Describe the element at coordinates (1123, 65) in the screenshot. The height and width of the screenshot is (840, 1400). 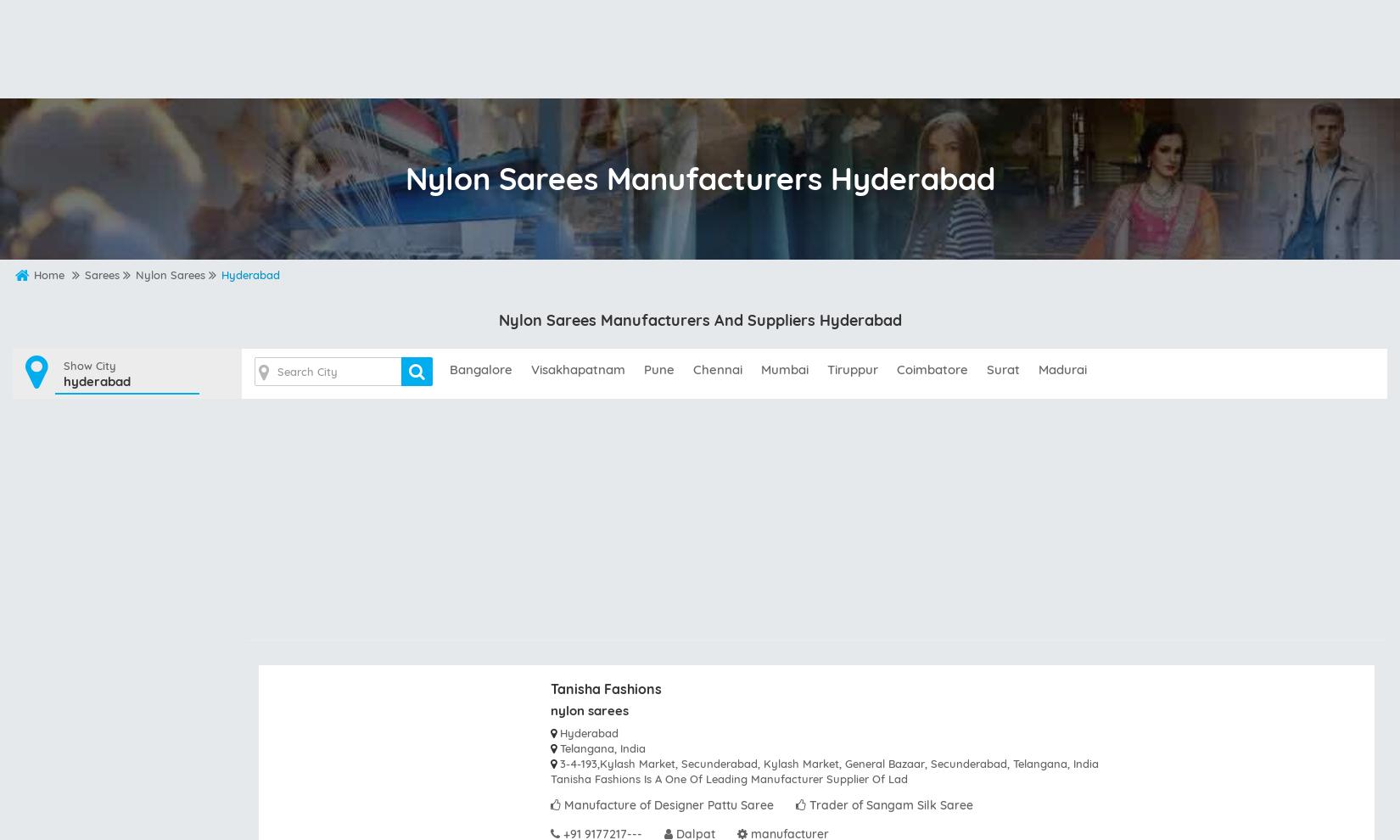
I see `'Offer'` at that location.